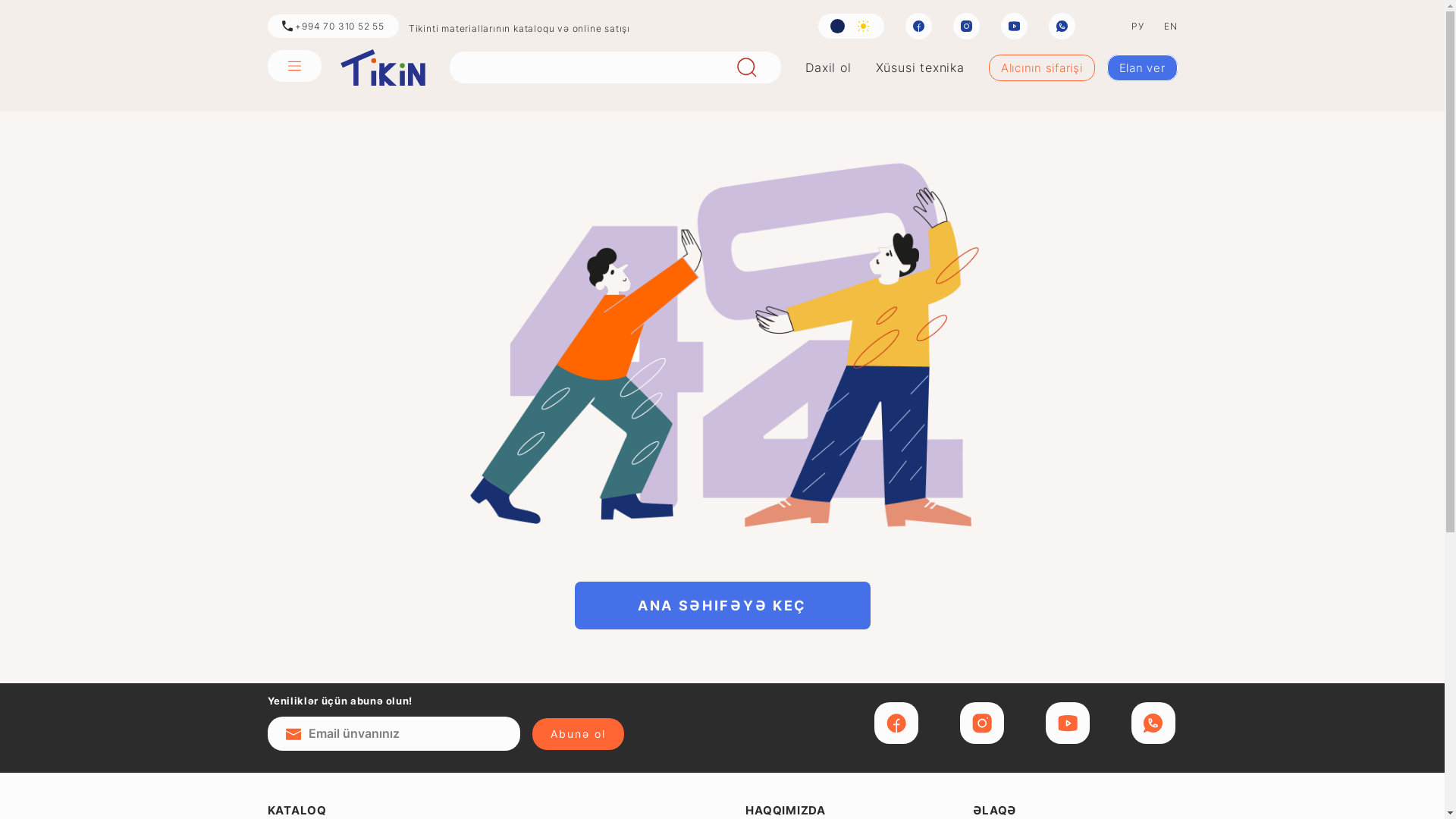  Describe the element at coordinates (382, 66) in the screenshot. I see `'Tikin.az'` at that location.